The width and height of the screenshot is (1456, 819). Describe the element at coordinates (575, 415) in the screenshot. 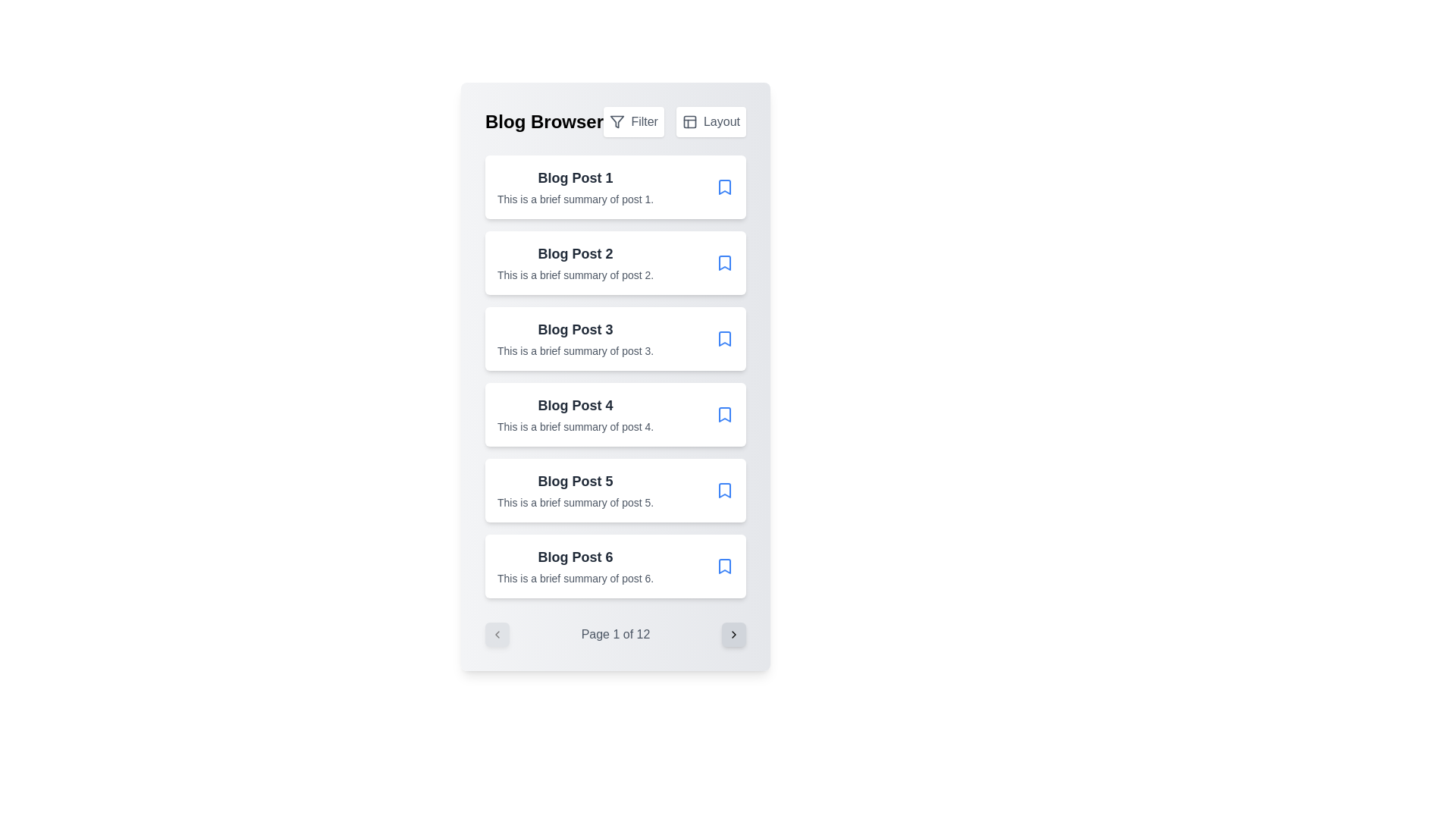

I see `the fourth list item that previews a blog post to read the summary and understand the content` at that location.